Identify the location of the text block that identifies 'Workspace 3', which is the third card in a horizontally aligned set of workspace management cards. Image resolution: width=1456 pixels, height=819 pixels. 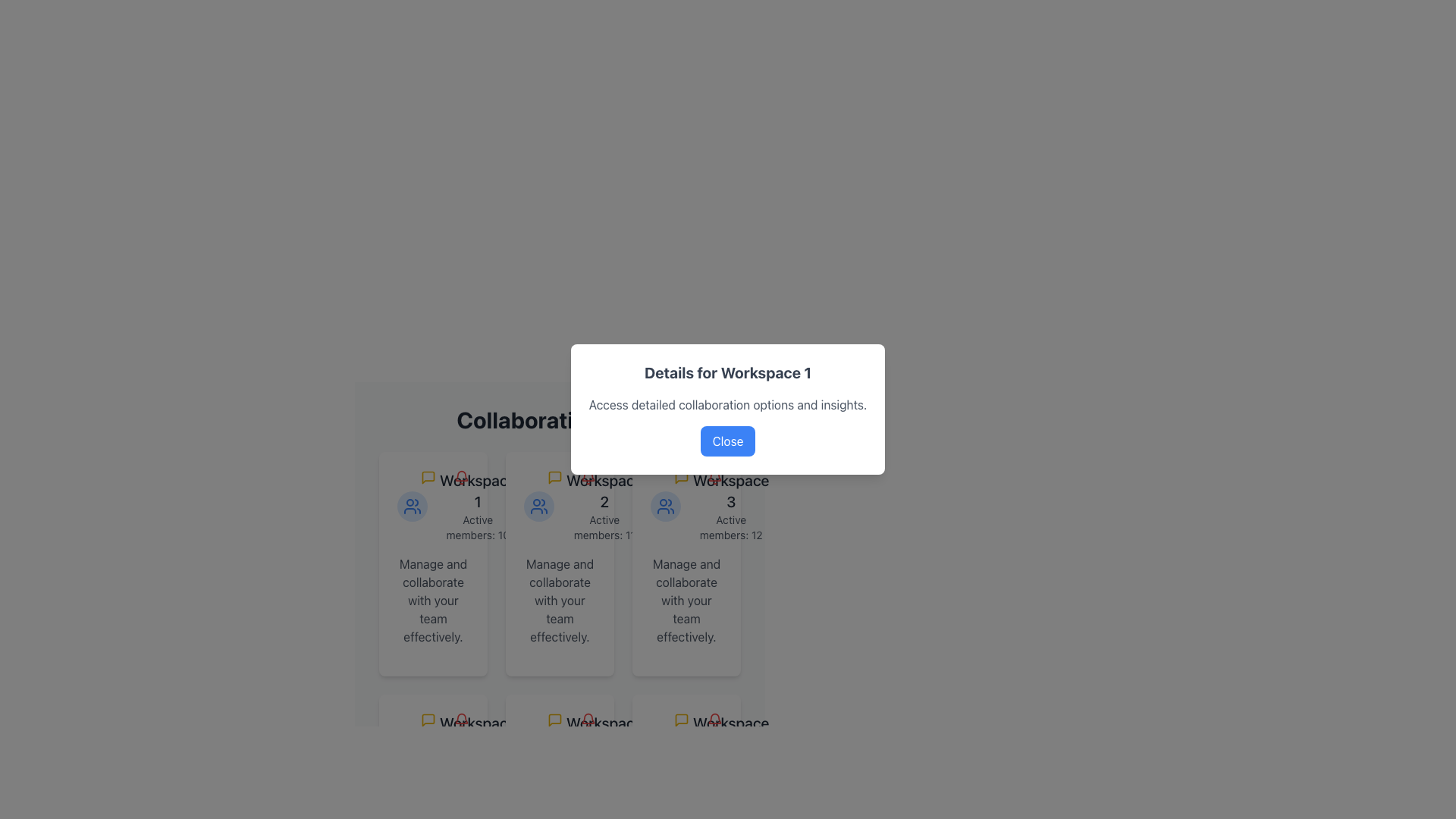
(731, 506).